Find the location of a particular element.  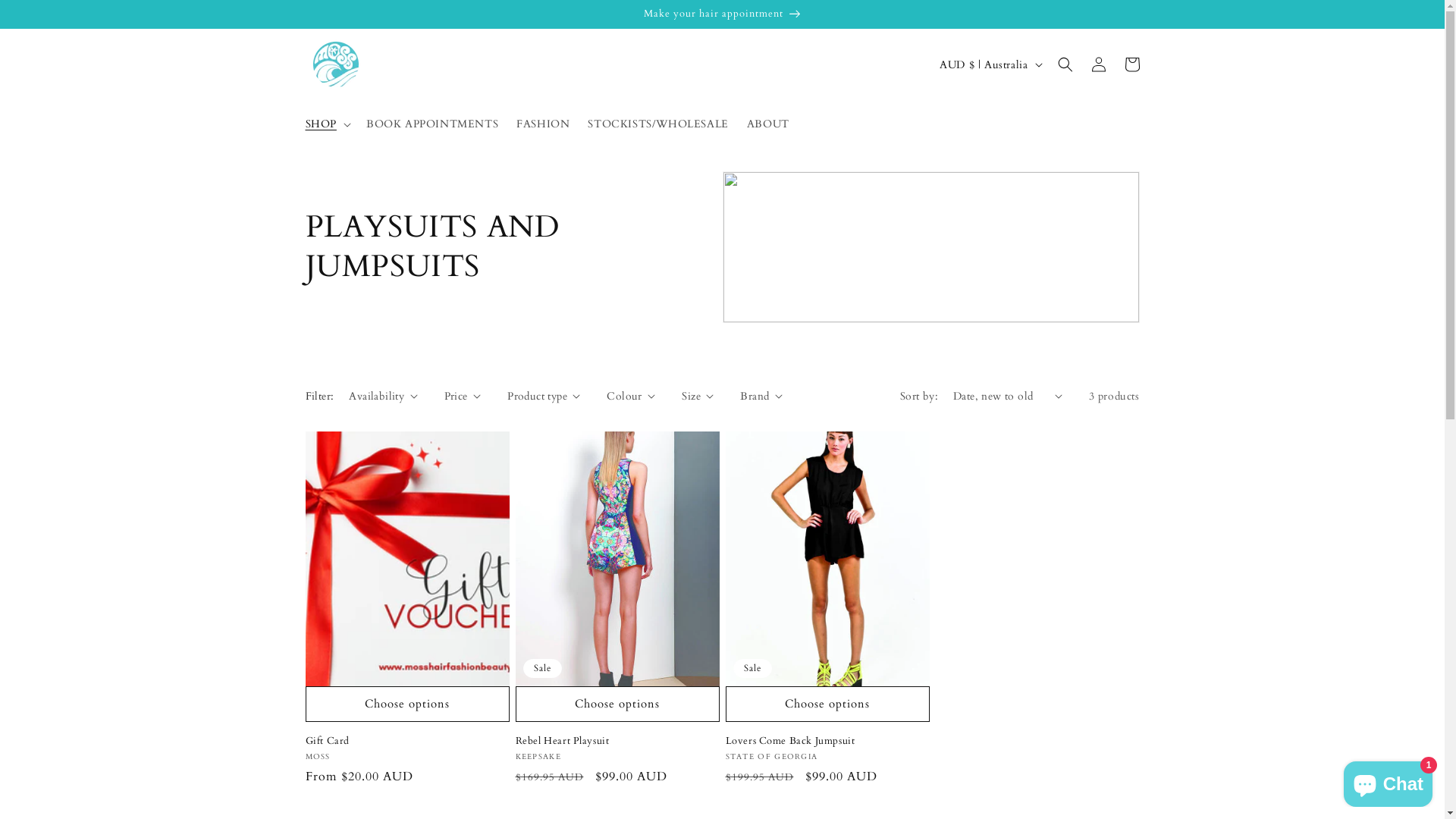

'BOOK APPOINTMENTS' is located at coordinates (356, 124).